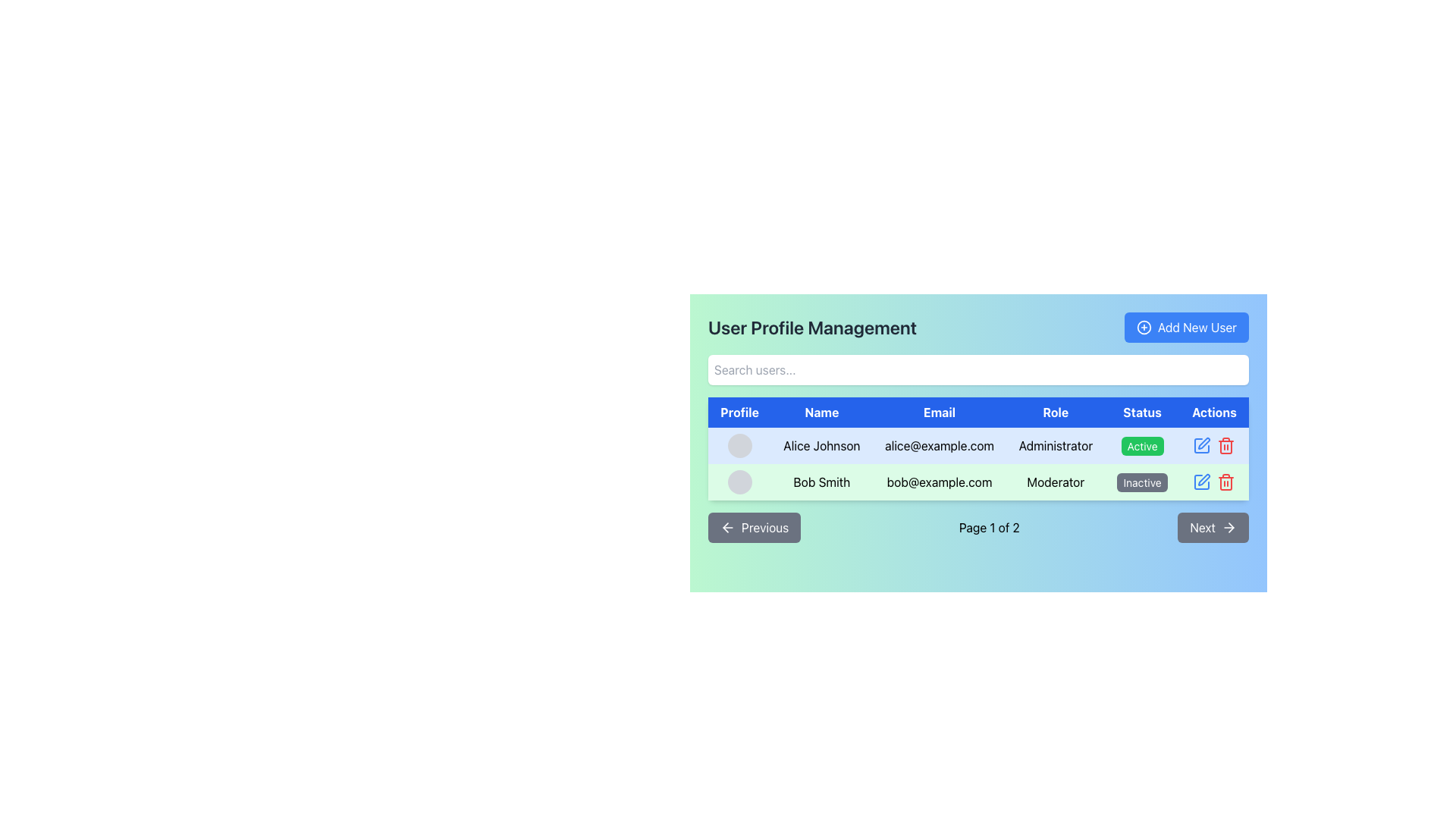 This screenshot has width=1456, height=819. What do you see at coordinates (1226, 447) in the screenshot?
I see `the middle part of the trash bin icon representing the delete action in the 'Actions' column of the user management table` at bounding box center [1226, 447].